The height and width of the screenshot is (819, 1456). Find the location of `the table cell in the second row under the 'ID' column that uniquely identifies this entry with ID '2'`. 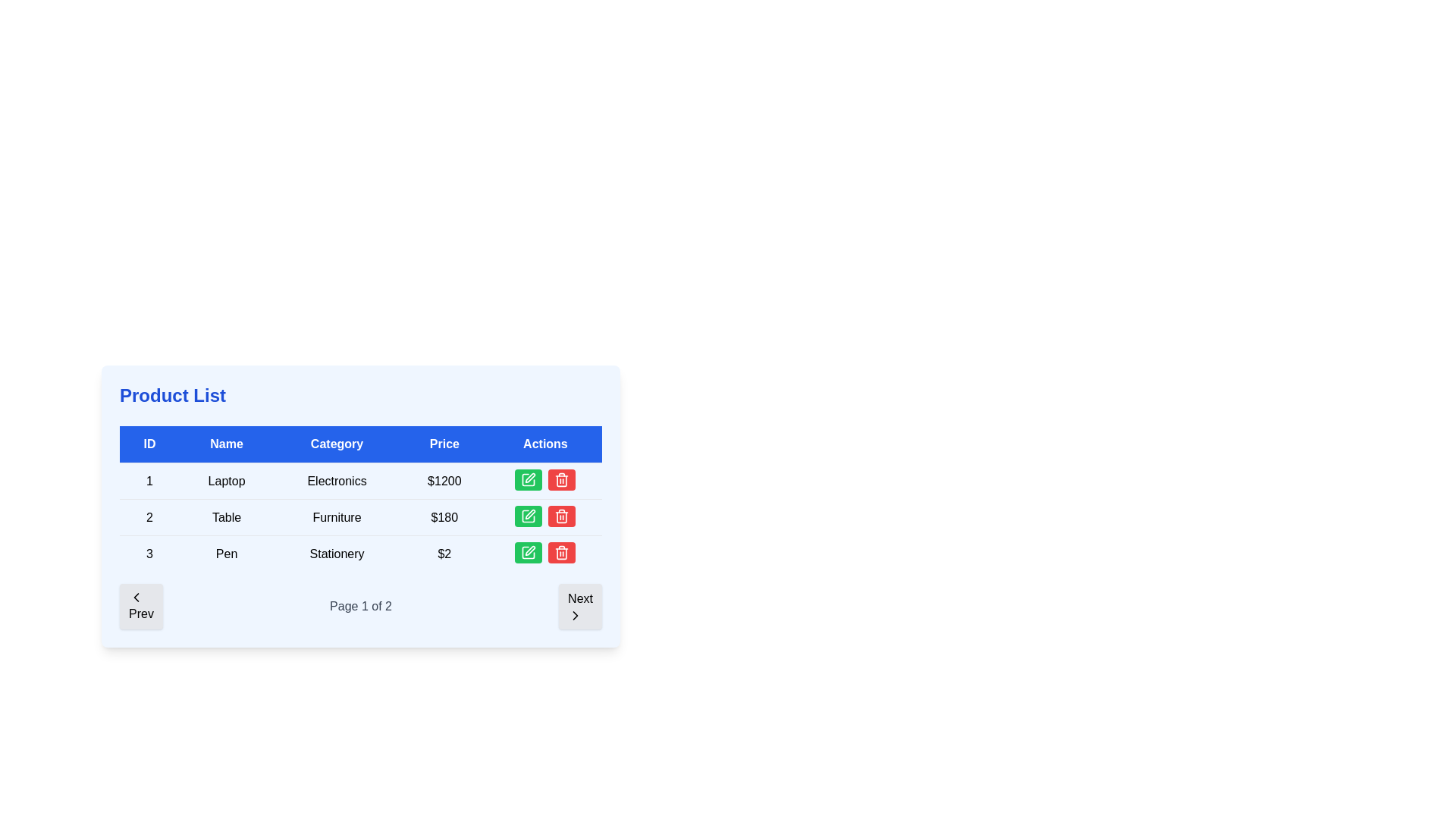

the table cell in the second row under the 'ID' column that uniquely identifies this entry with ID '2' is located at coordinates (149, 516).